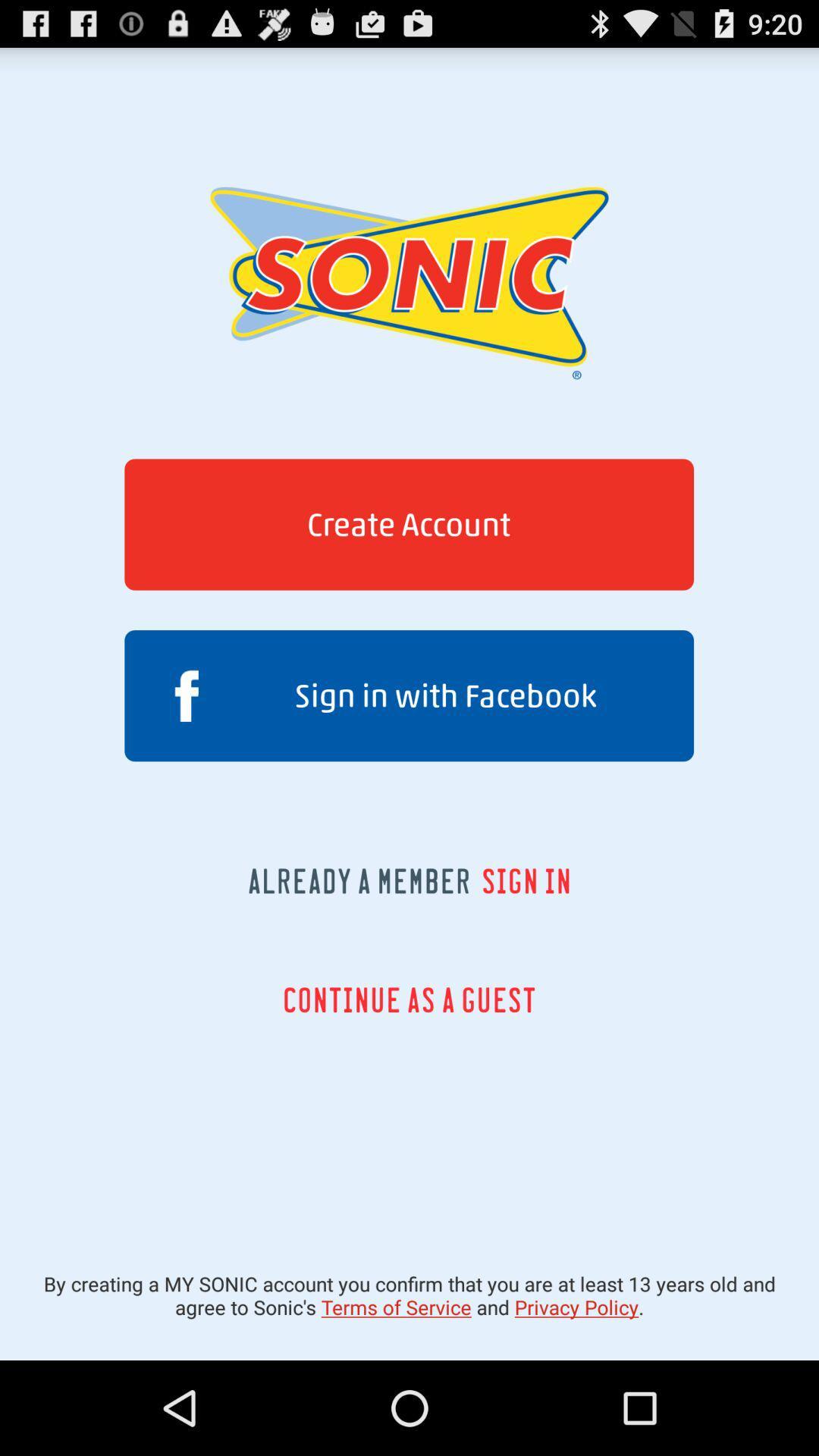 This screenshot has width=819, height=1456. Describe the element at coordinates (408, 999) in the screenshot. I see `the icon below the already a member icon` at that location.